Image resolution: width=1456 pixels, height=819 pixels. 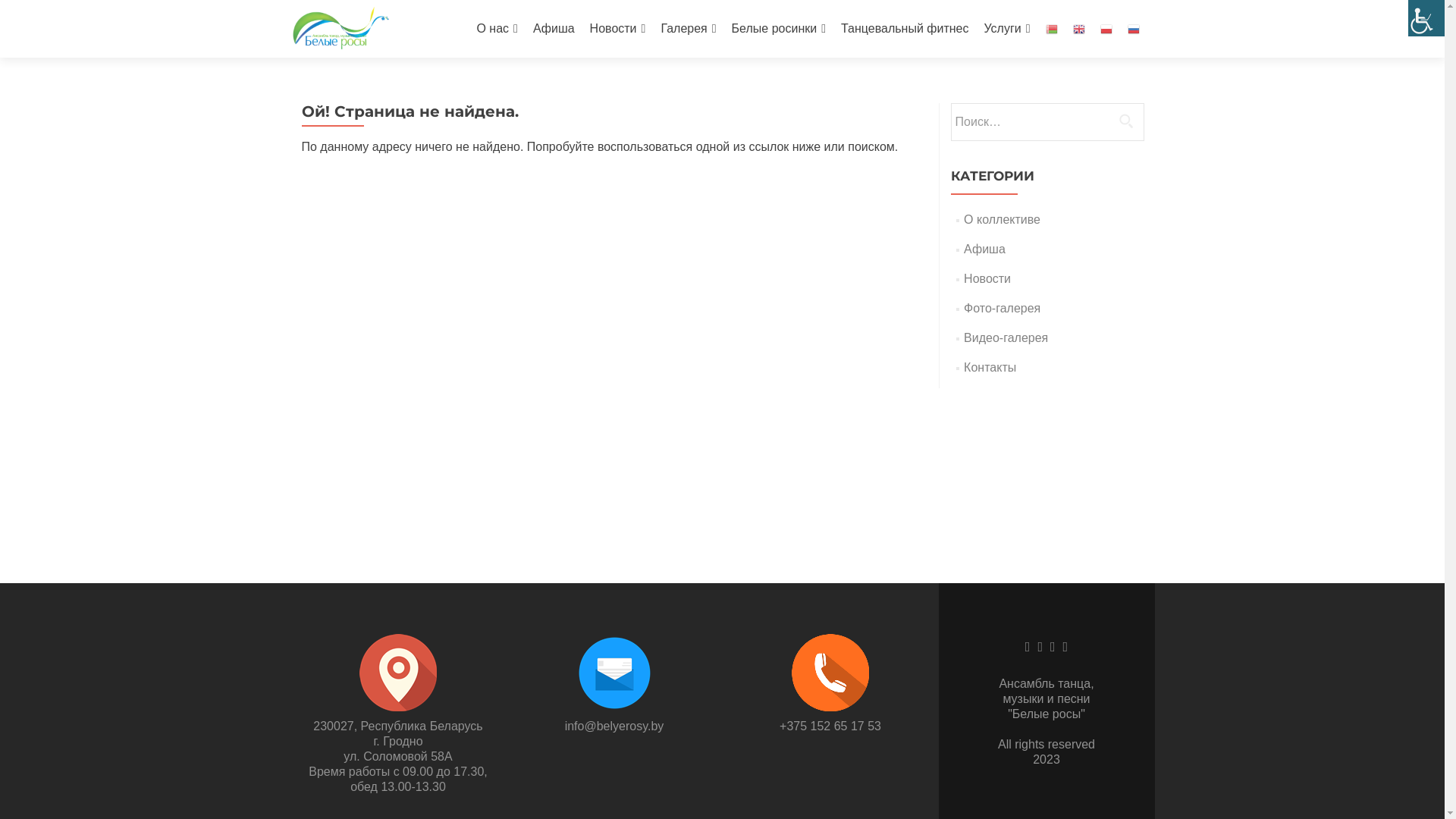 I want to click on 'Accessibility Helper sidebar', so click(x=1426, y=17).